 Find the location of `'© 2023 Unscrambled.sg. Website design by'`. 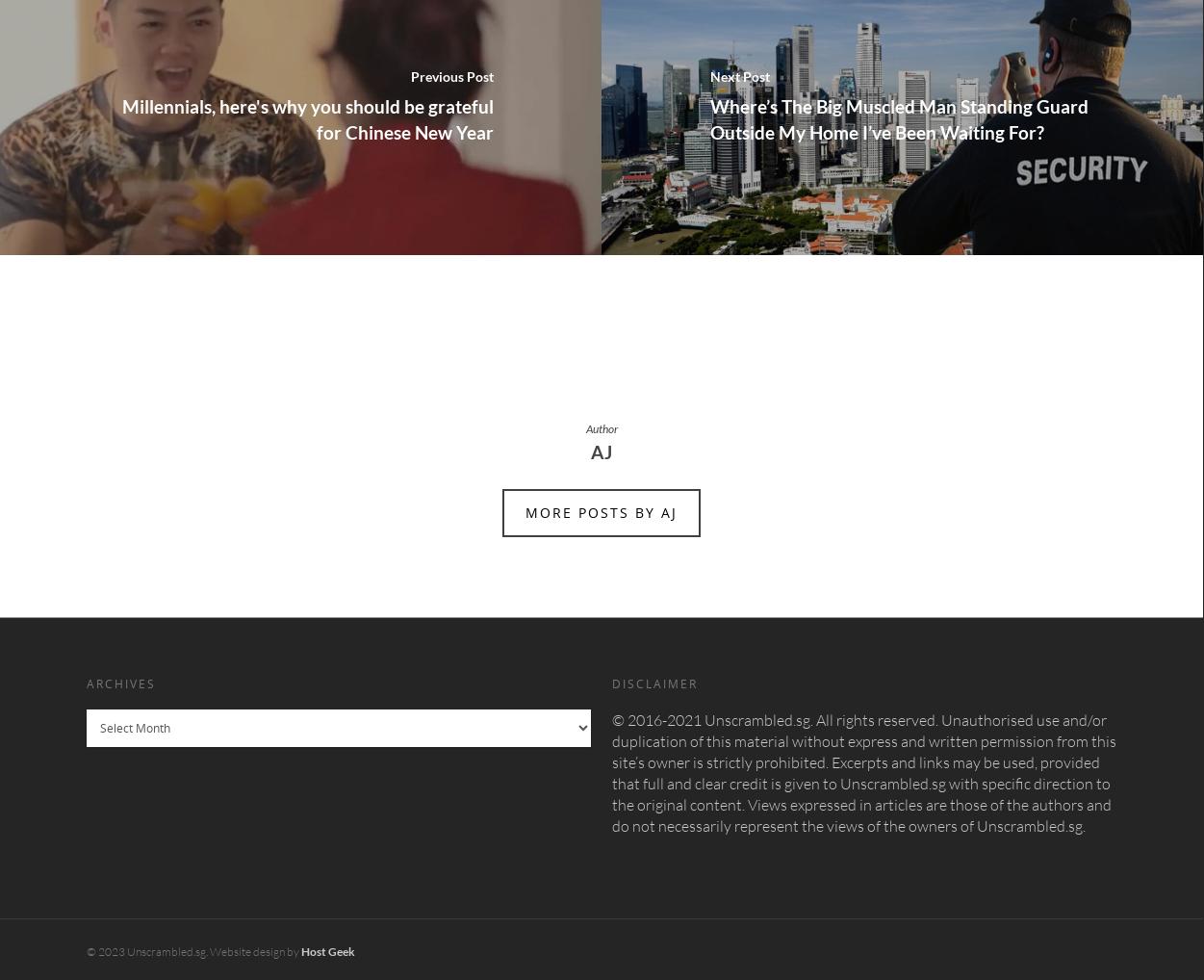

'© 2023 Unscrambled.sg. Website design by' is located at coordinates (193, 951).